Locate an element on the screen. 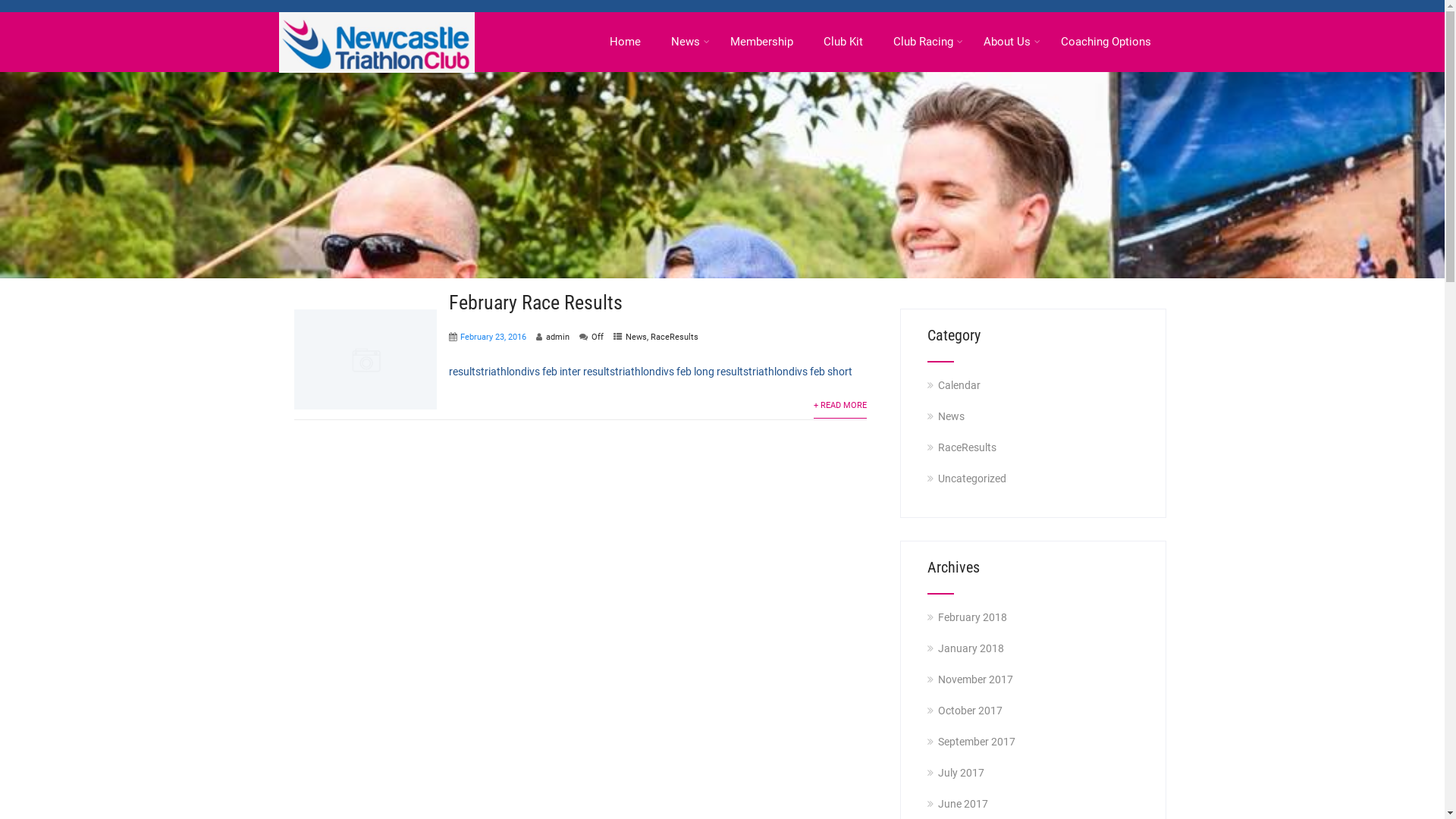 The height and width of the screenshot is (819, 1456). 'February 2018' is located at coordinates (972, 617).